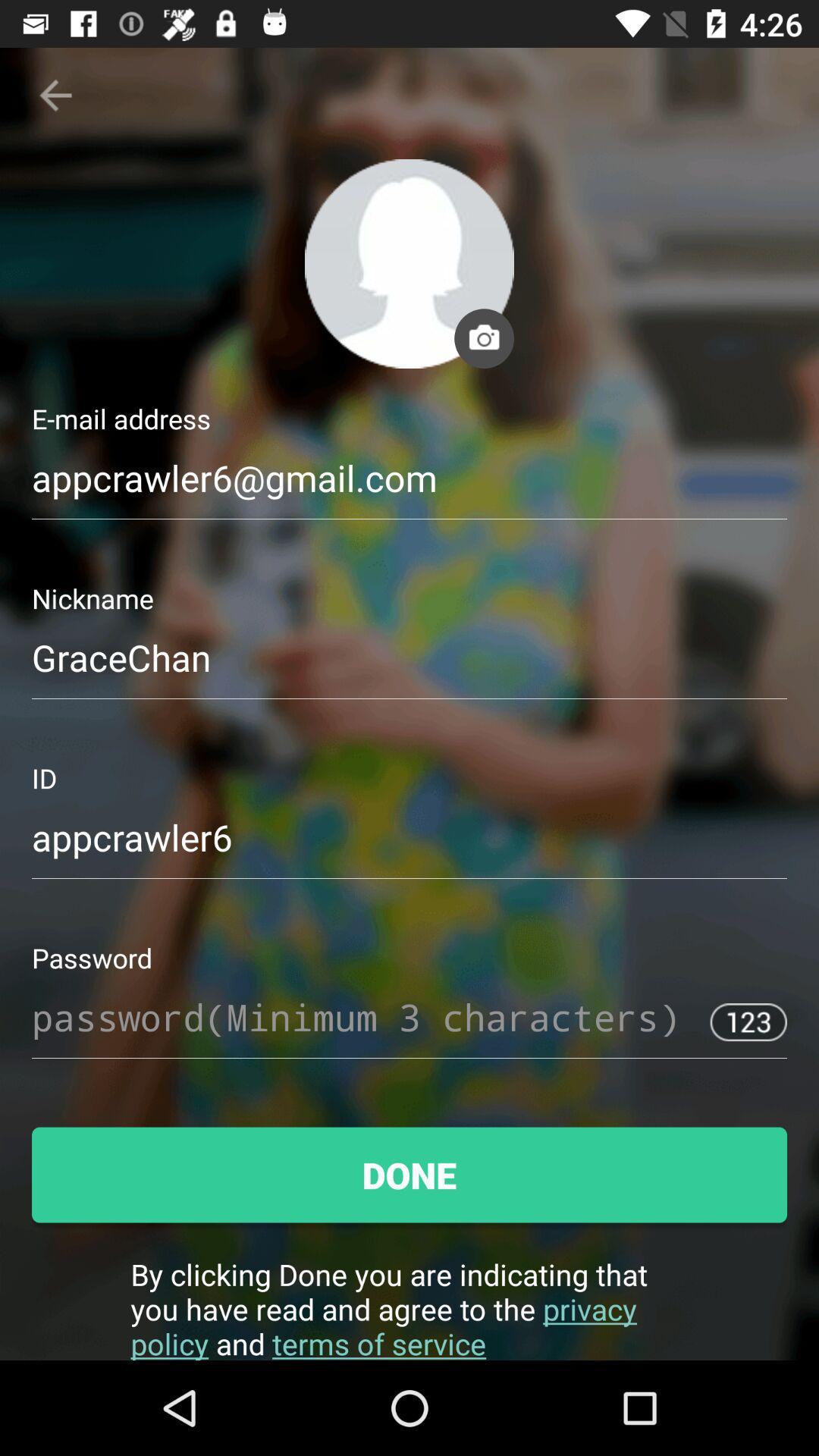  What do you see at coordinates (484, 337) in the screenshot?
I see `the photo icon` at bounding box center [484, 337].